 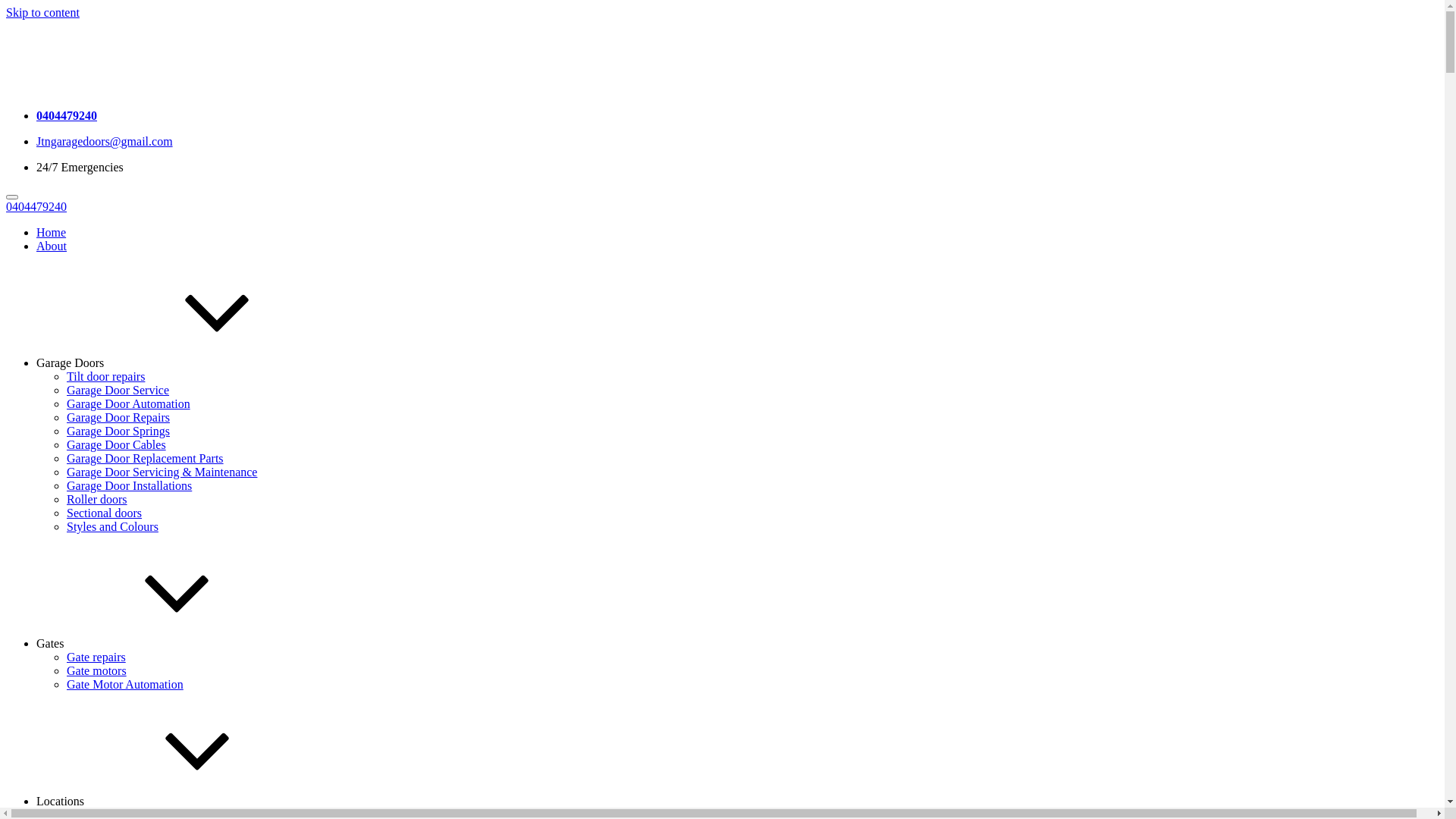 I want to click on 'Garage Door Repairs', so click(x=118, y=417).